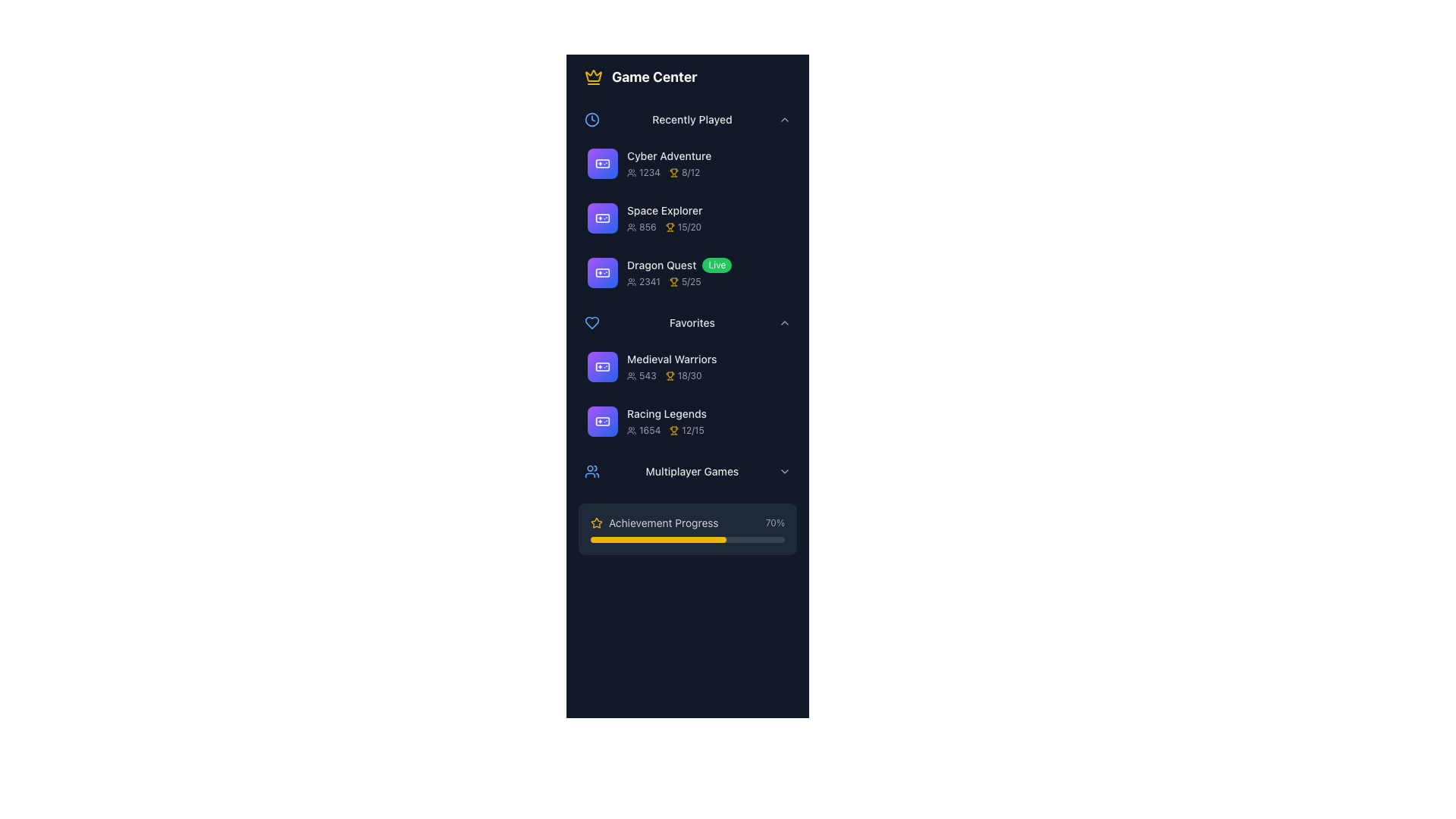  What do you see at coordinates (689, 227) in the screenshot?
I see `the text label displaying '15/20', which is styled in a small gray font and positioned to the right of a yellow trophy icon associated with the 'Space Explorer' item under 'Recently Played'` at bounding box center [689, 227].